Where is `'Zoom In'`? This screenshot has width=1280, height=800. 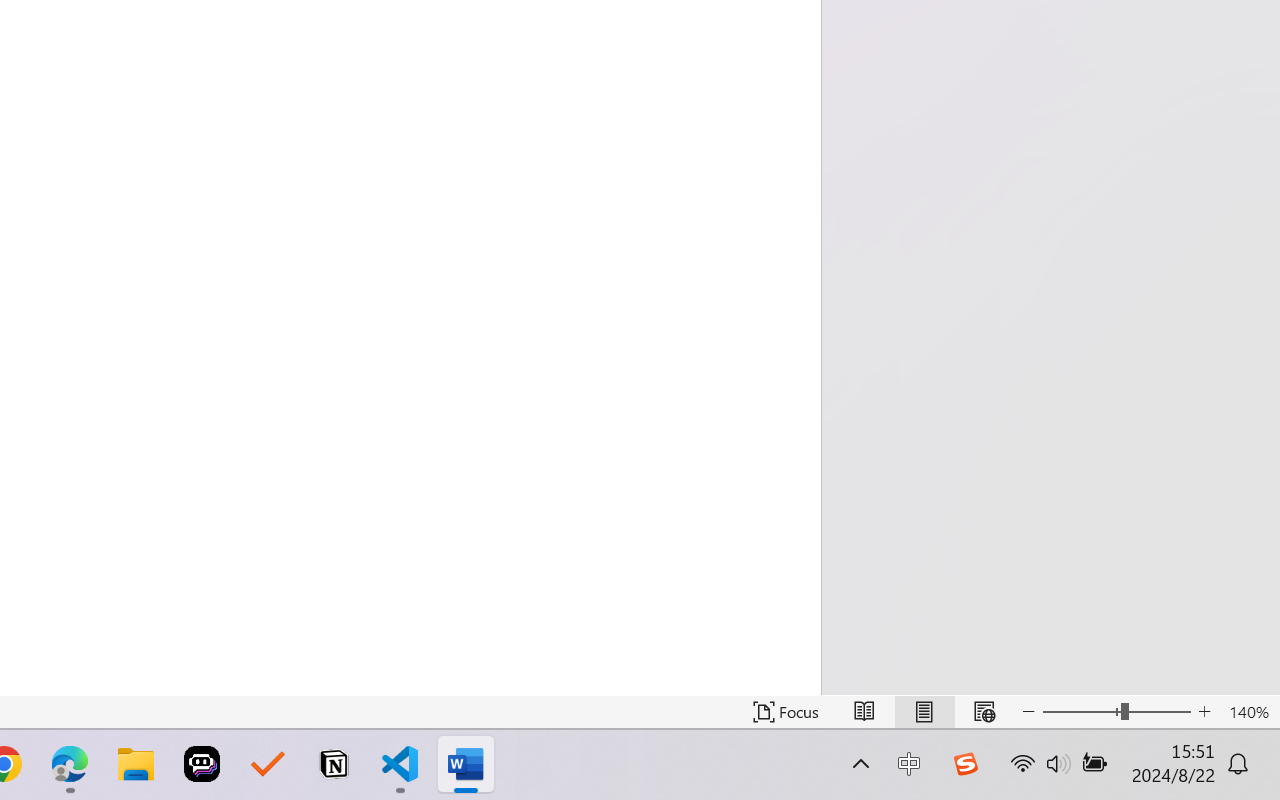
'Zoom In' is located at coordinates (1204, 711).